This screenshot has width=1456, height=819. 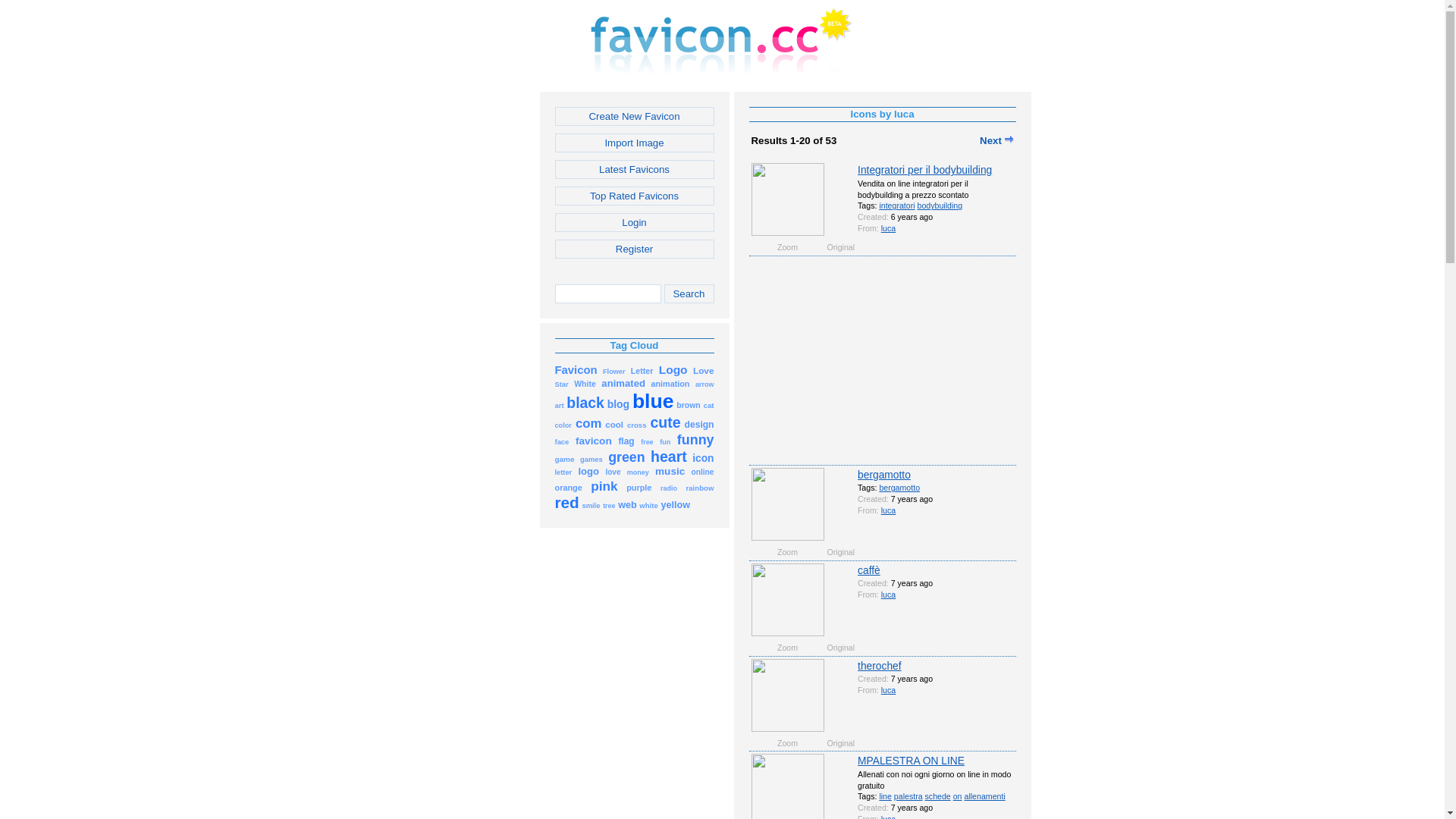 What do you see at coordinates (651, 457) in the screenshot?
I see `'heart'` at bounding box center [651, 457].